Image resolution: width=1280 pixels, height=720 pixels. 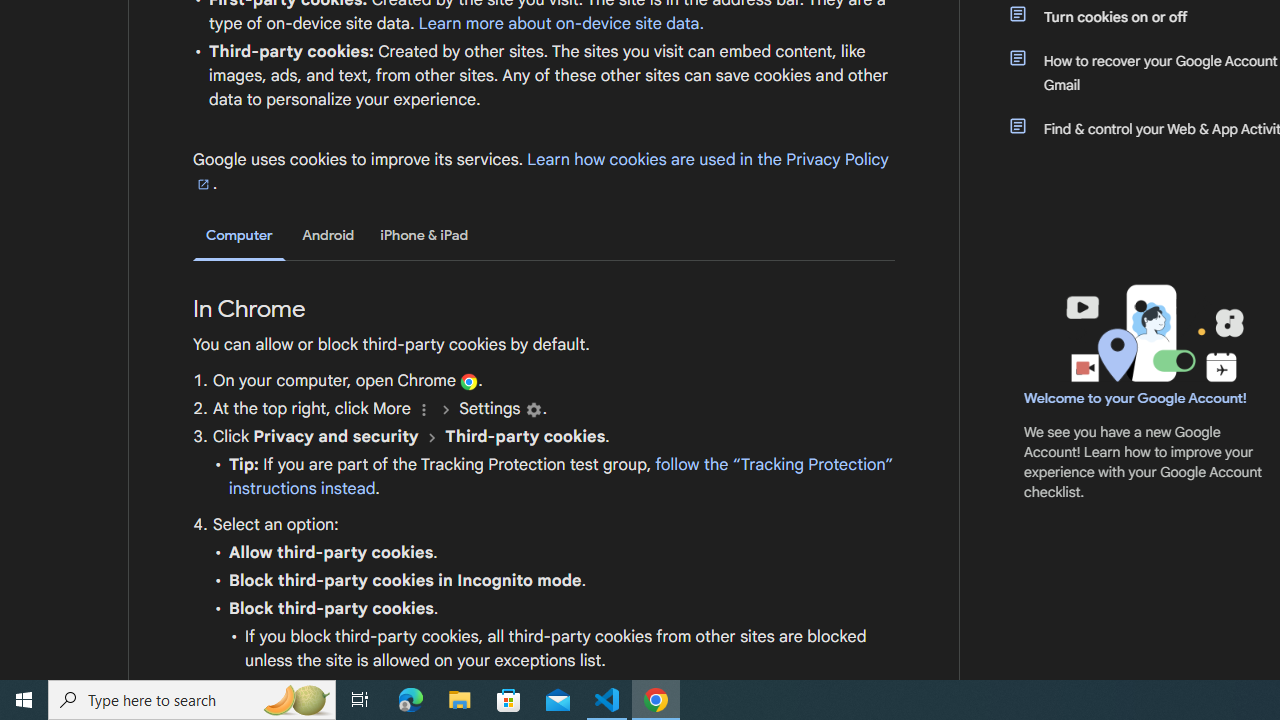 I want to click on 'Welcome to your Google Account!', so click(x=1135, y=397).